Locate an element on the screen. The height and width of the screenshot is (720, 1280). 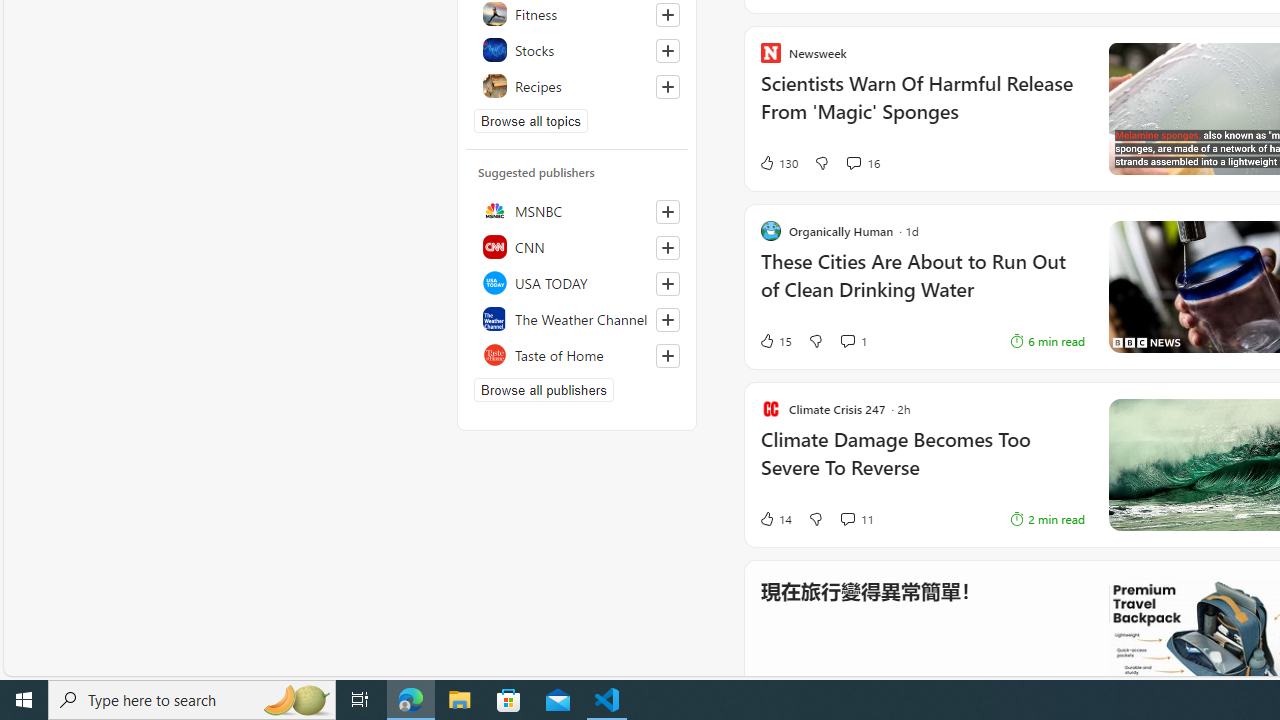
'Taste of Home' is located at coordinates (576, 353).